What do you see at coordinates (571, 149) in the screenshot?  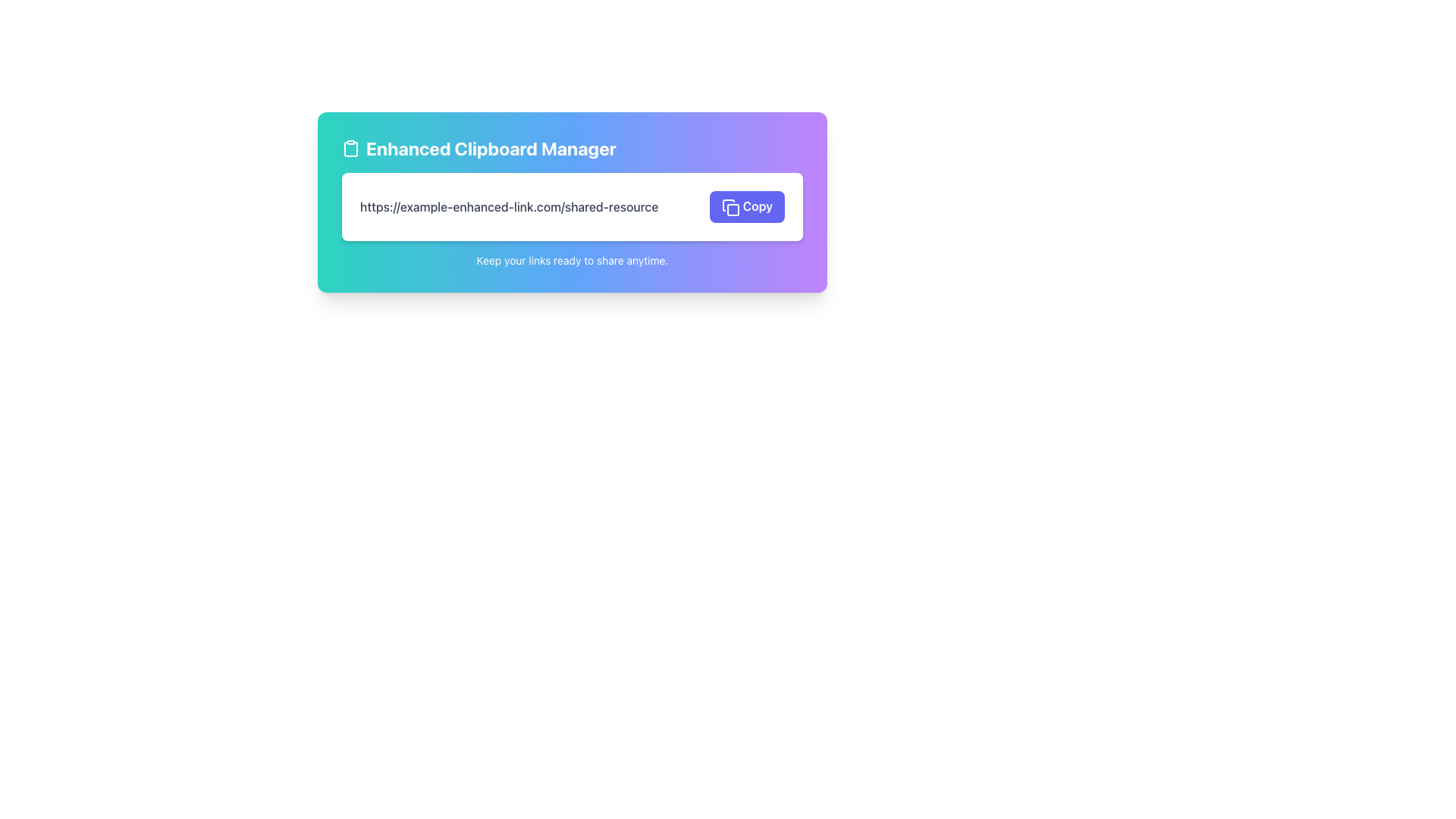 I see `the Header titled 'Enhanced Clipboard Manager' with an icon resembling a clipboard, which is visually styled with a gradient background` at bounding box center [571, 149].